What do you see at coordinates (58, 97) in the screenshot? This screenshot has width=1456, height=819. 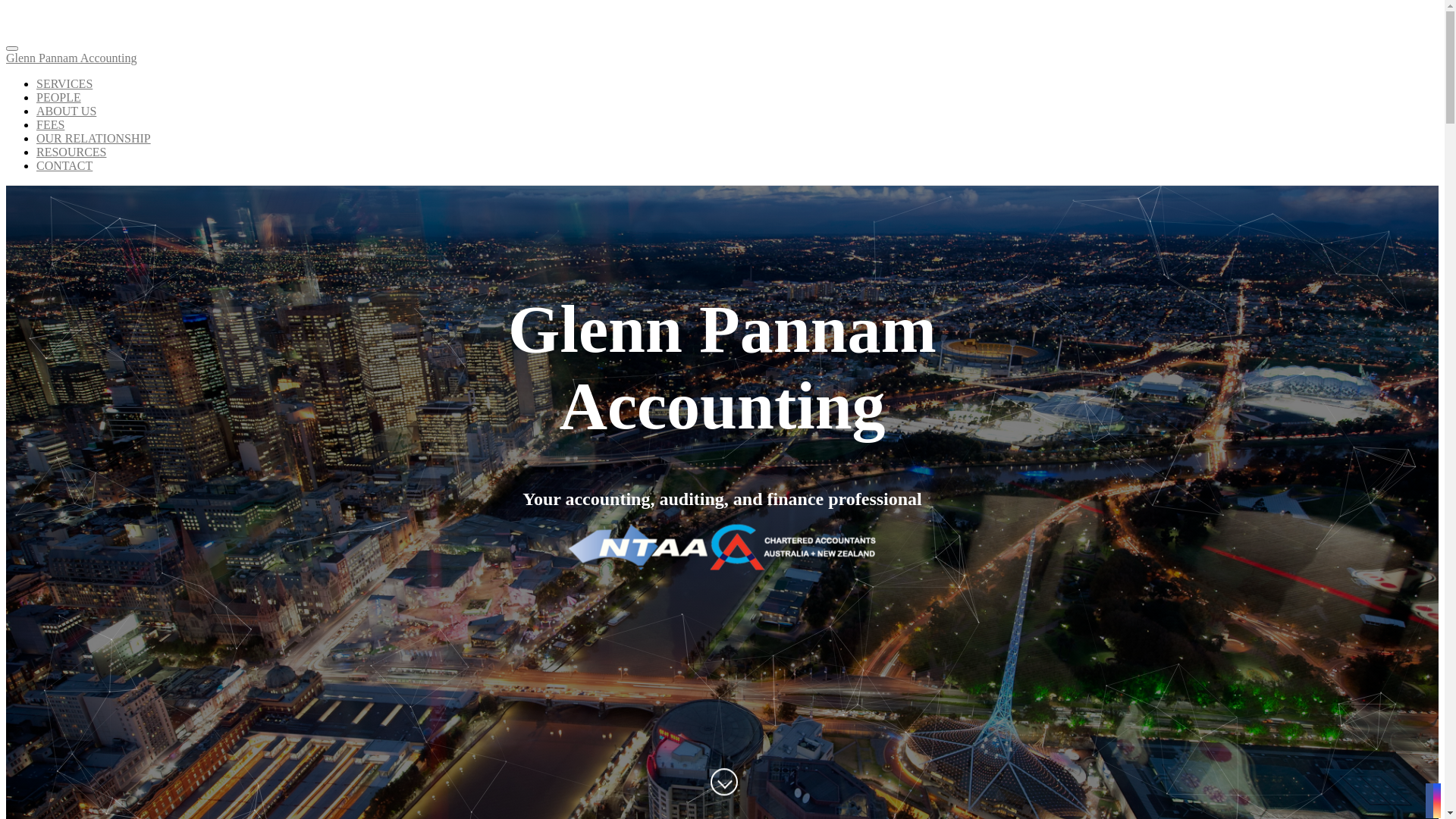 I see `'PEOPLE'` at bounding box center [58, 97].